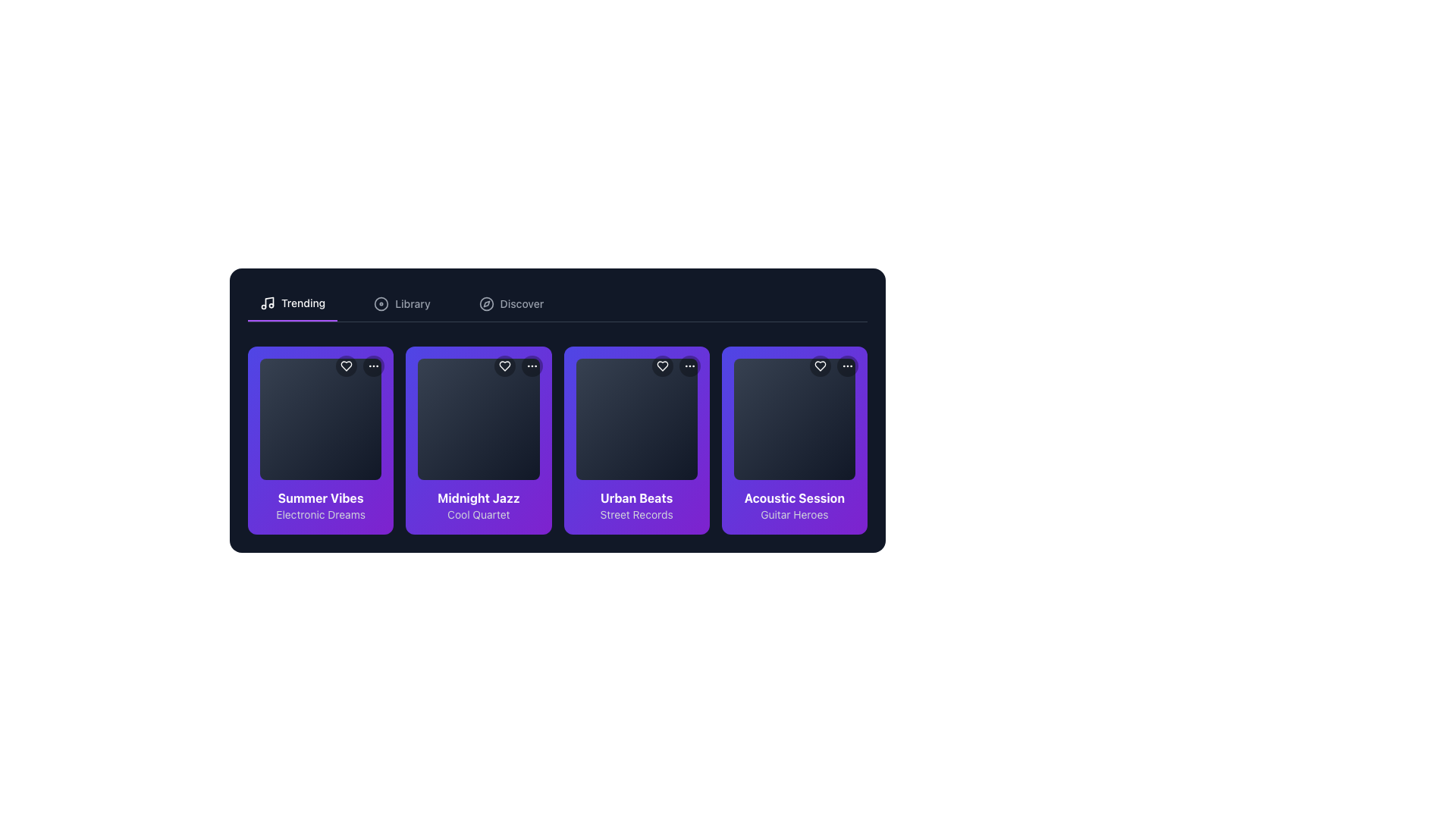  I want to click on the 'like' icon button located in the top-right corner of the 'Acoustic Session' card in the 'Trending' section to favorite the item, so click(819, 366).